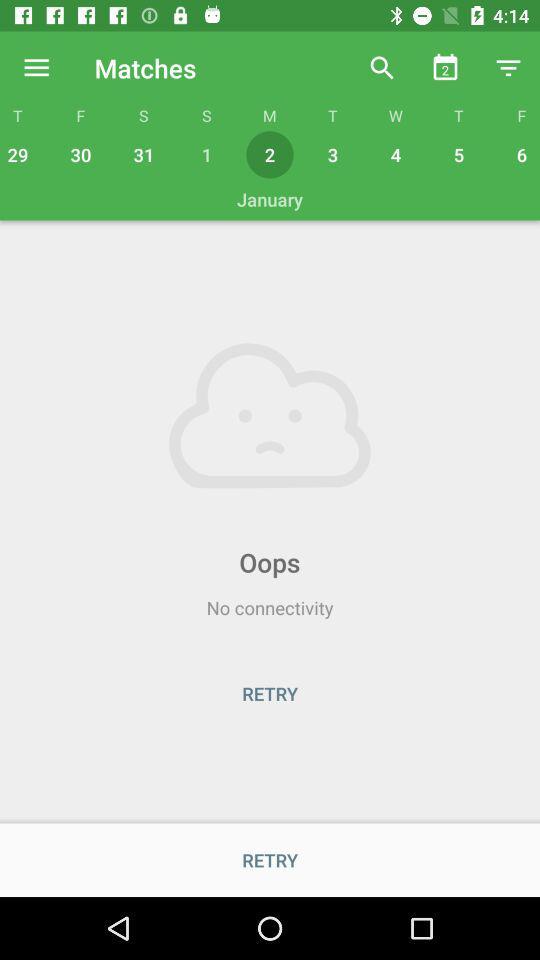 This screenshot has height=960, width=540. What do you see at coordinates (459, 153) in the screenshot?
I see `icon to the right of the 4` at bounding box center [459, 153].